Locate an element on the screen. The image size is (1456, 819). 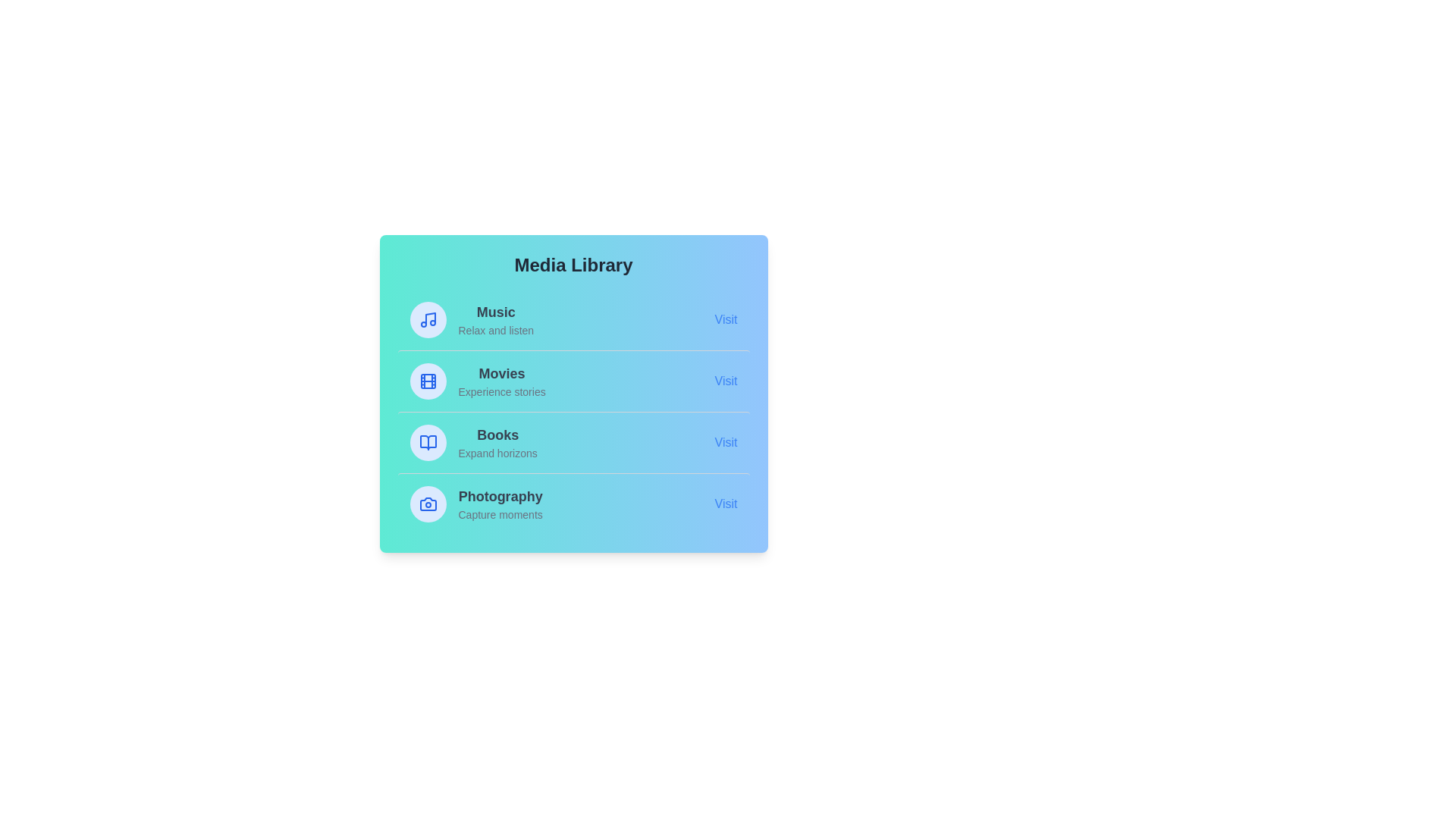
the icon representing Books in the Media Library is located at coordinates (427, 442).